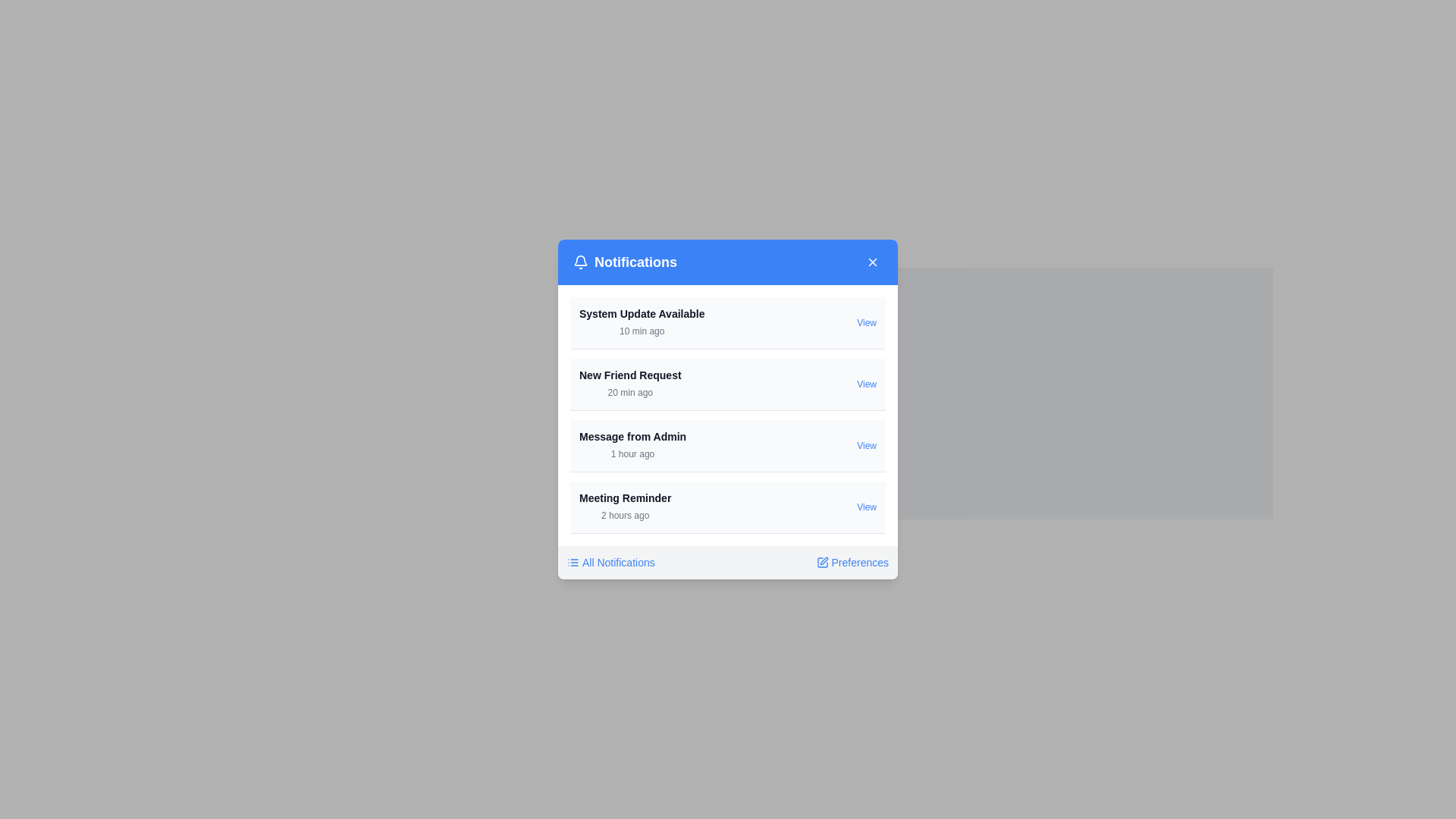 This screenshot has height=819, width=1456. What do you see at coordinates (873, 262) in the screenshot?
I see `the white 'X' close icon button located at the top-right corner of the Notifications pop-up header` at bounding box center [873, 262].